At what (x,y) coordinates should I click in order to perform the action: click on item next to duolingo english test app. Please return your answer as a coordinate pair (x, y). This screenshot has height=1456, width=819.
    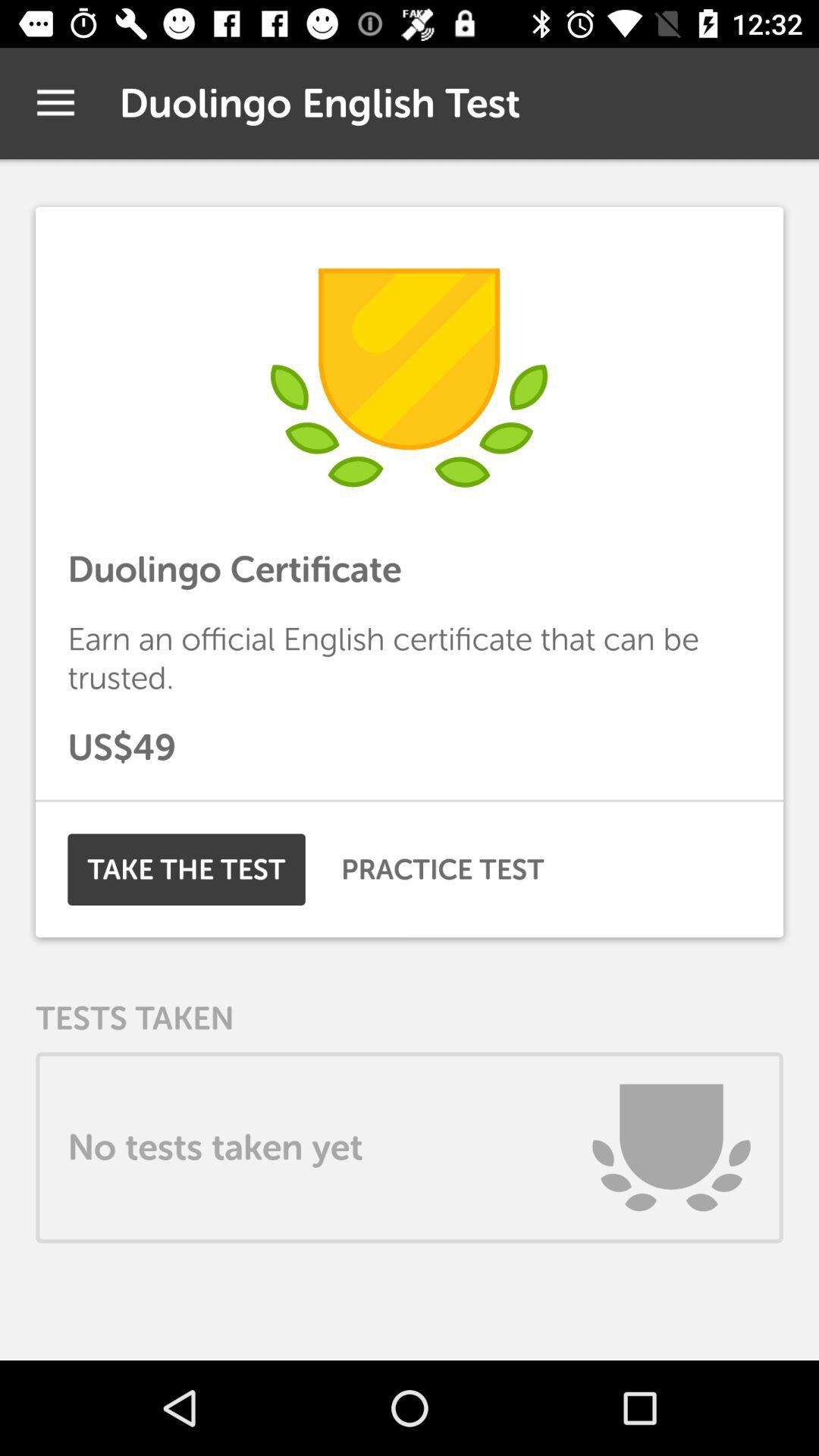
    Looking at the image, I should click on (55, 102).